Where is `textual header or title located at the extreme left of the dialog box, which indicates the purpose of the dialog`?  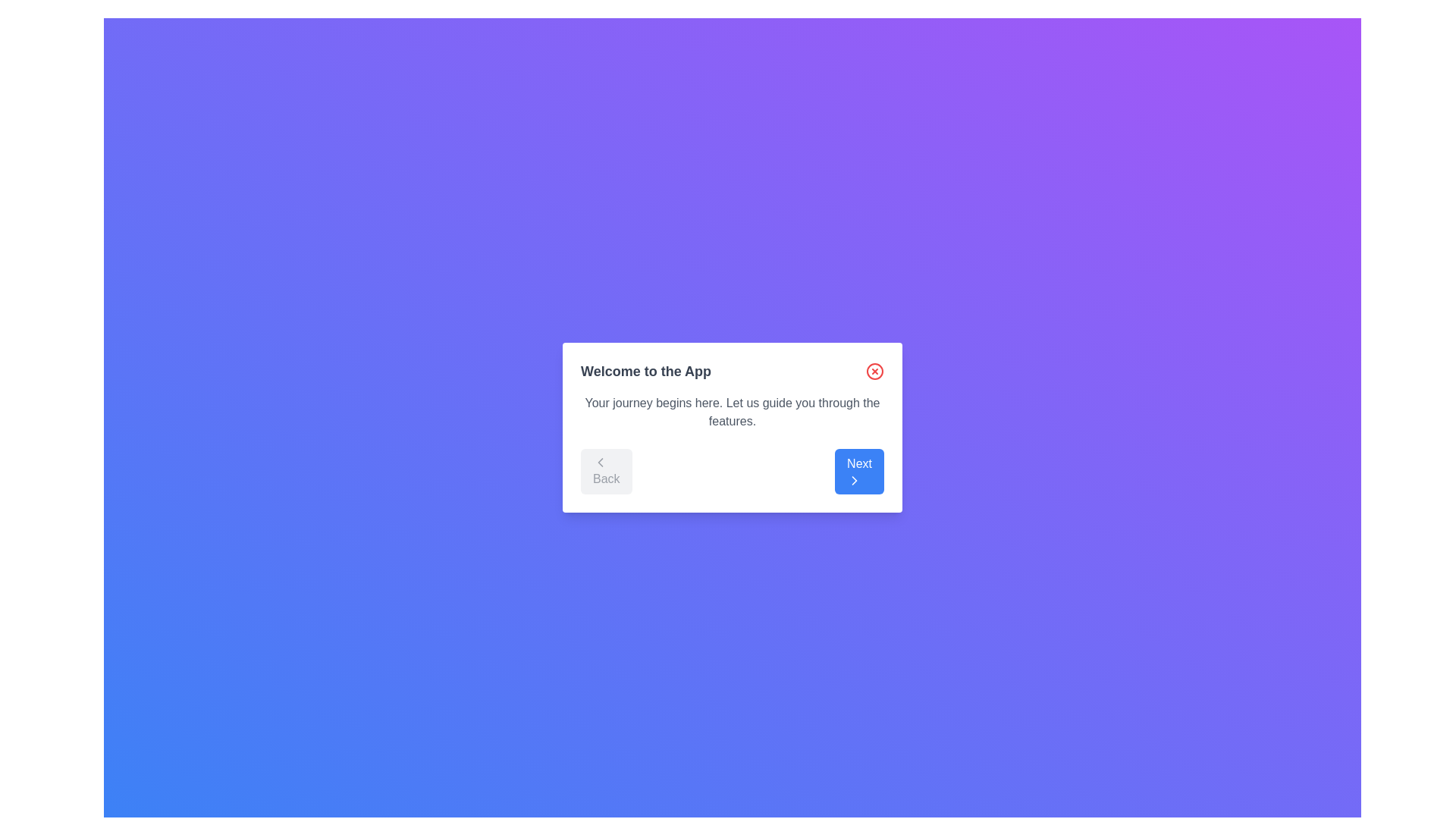
textual header or title located at the extreme left of the dialog box, which indicates the purpose of the dialog is located at coordinates (646, 371).